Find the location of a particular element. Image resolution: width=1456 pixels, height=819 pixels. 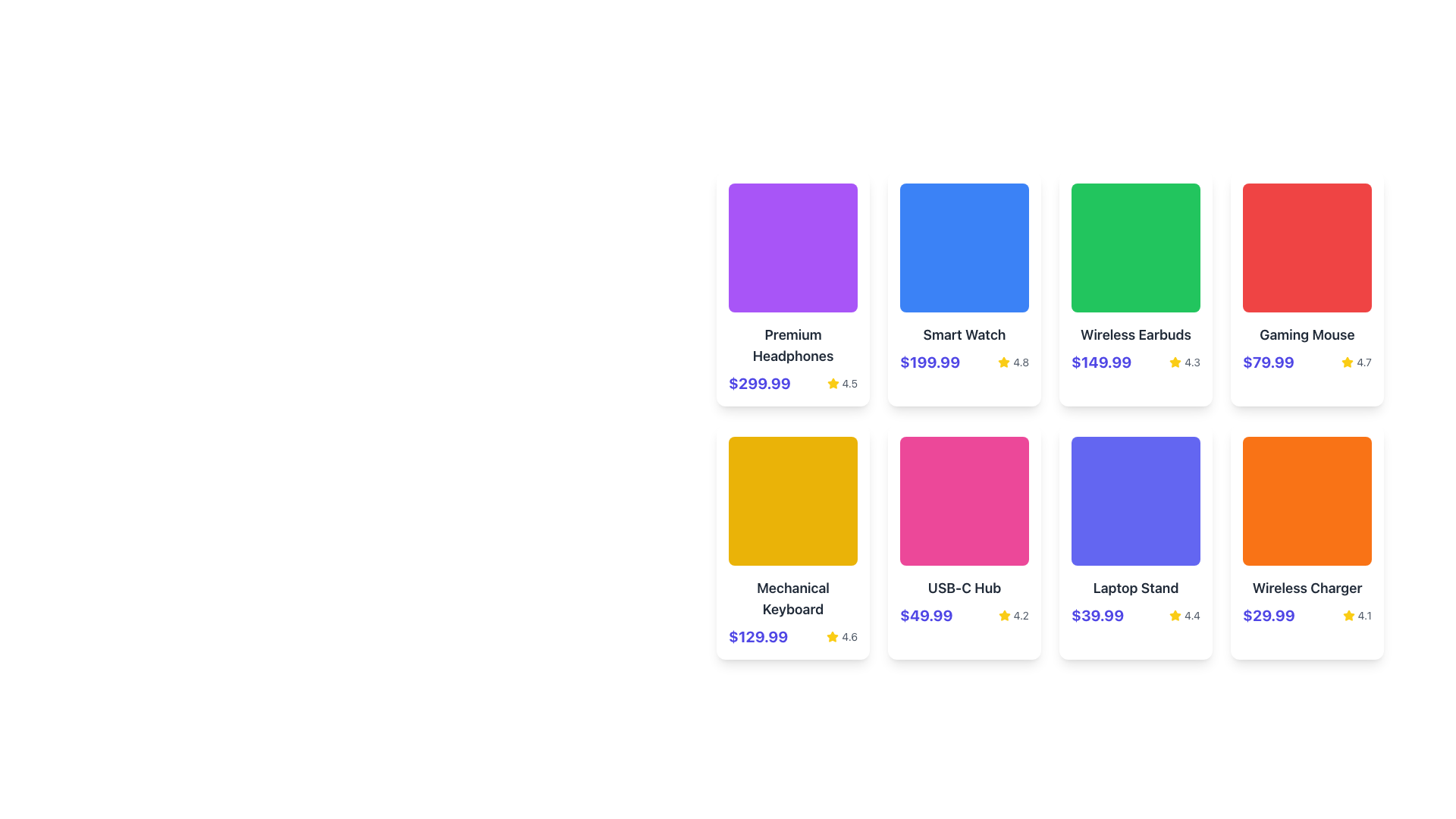

the star icon representing the rating in the bottom right corner of the 'Smart Watch' card, adjacent to the rating text '4.8' is located at coordinates (1004, 362).